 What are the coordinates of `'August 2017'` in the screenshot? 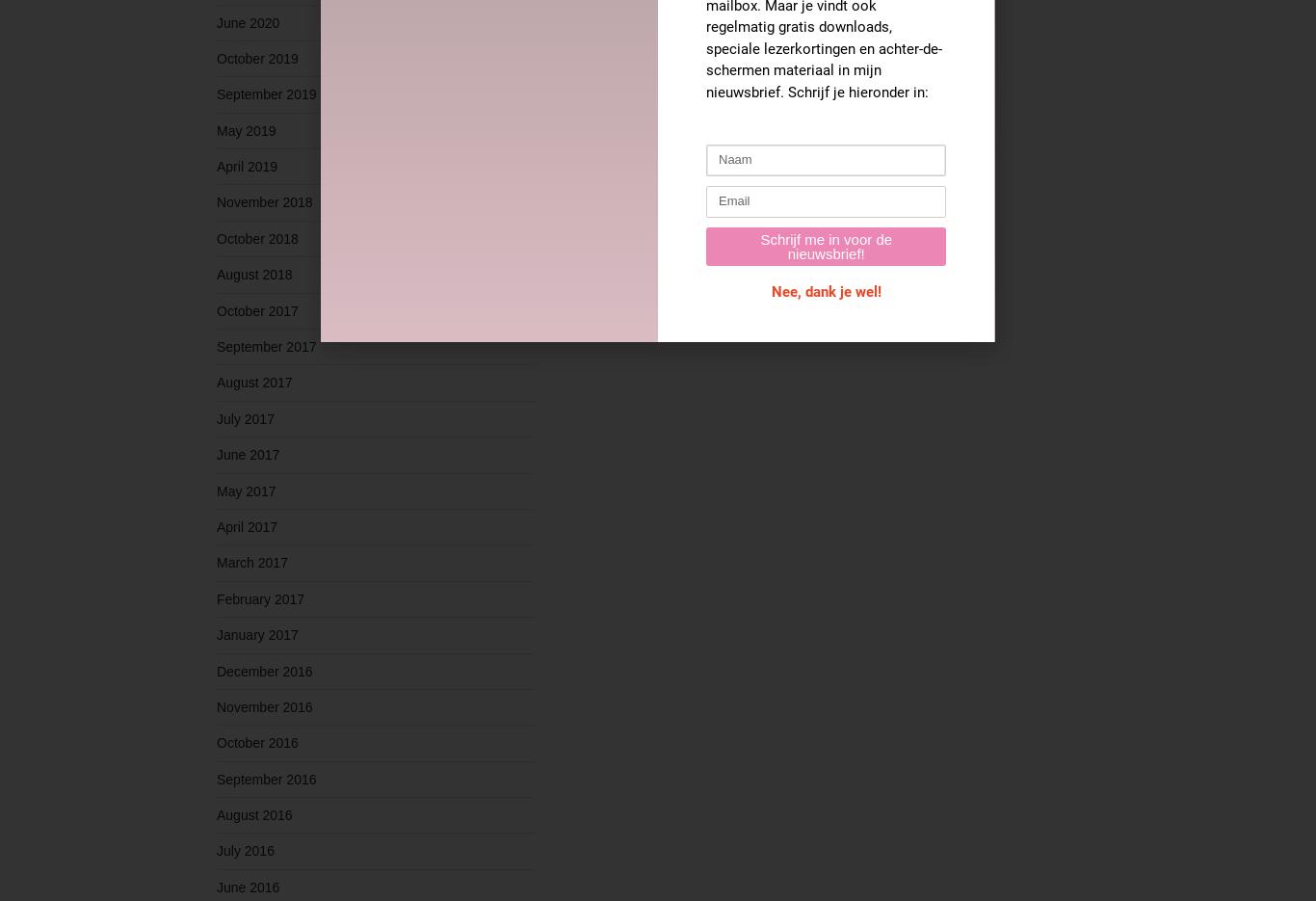 It's located at (254, 383).